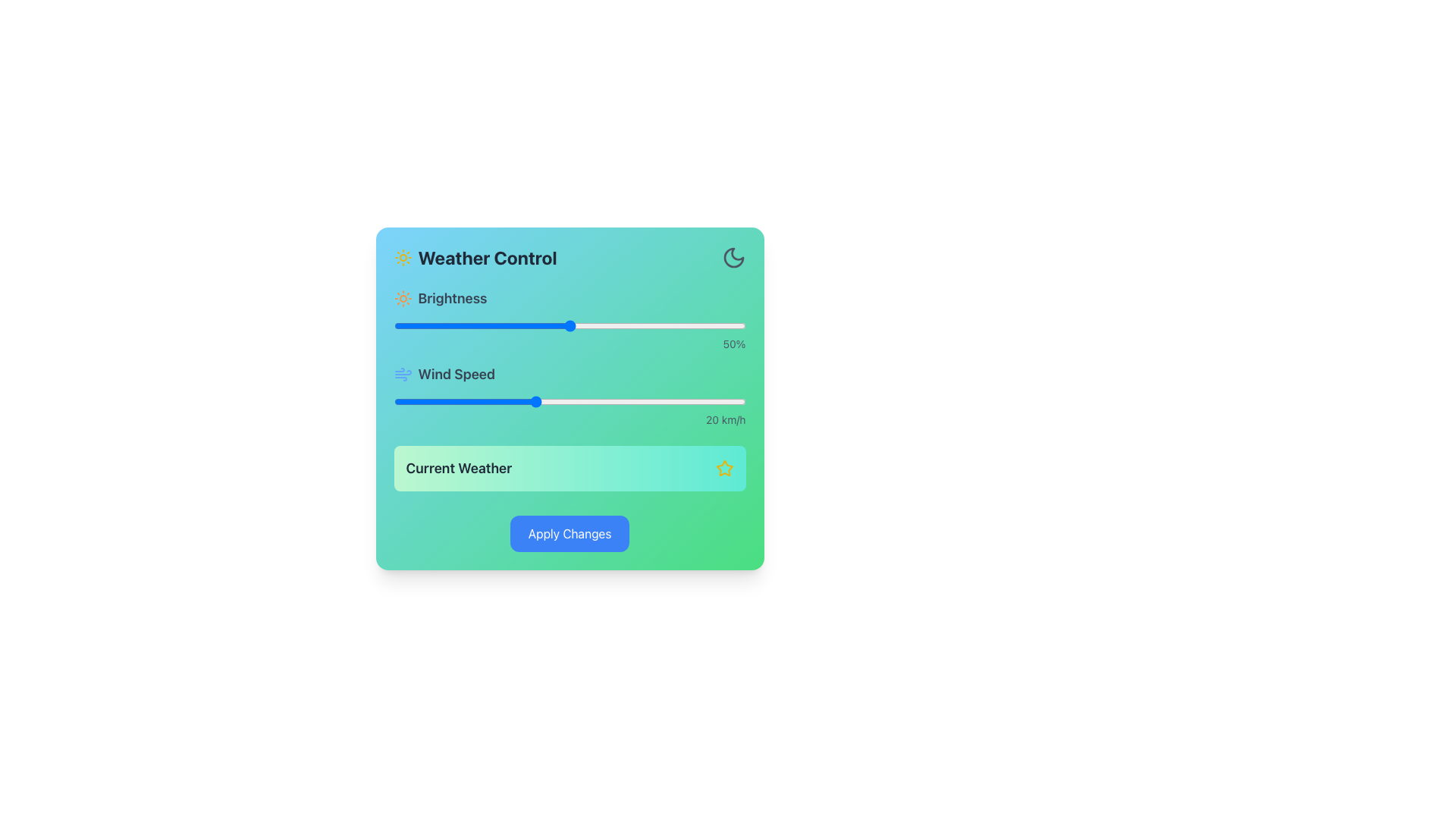  Describe the element at coordinates (403, 298) in the screenshot. I see `the decorative icon representing the 'Brightness' section in the 'Weather Control' panel, located to the left of the 'Brightness' label text` at that location.